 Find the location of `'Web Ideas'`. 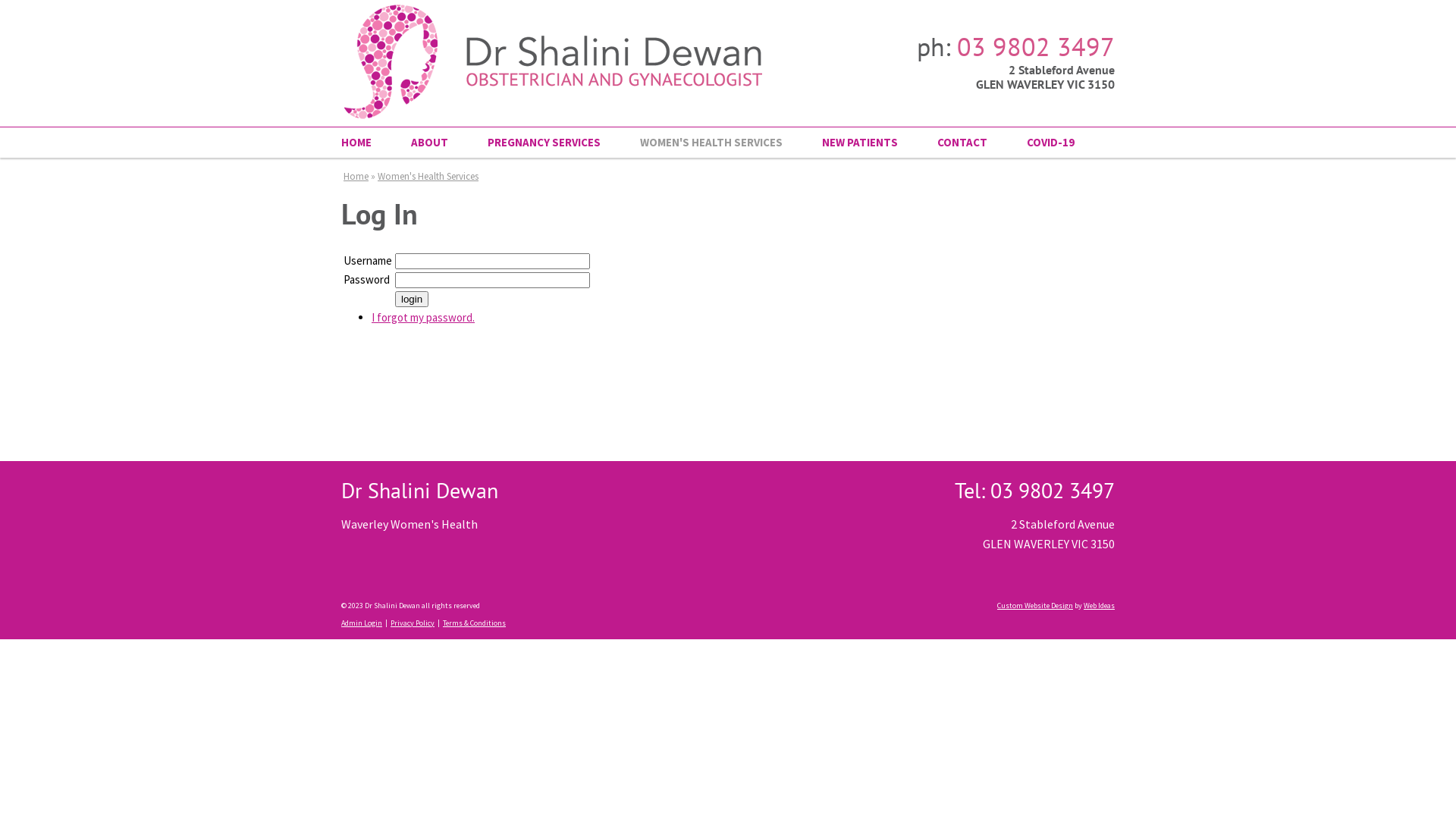

'Web Ideas' is located at coordinates (1099, 604).